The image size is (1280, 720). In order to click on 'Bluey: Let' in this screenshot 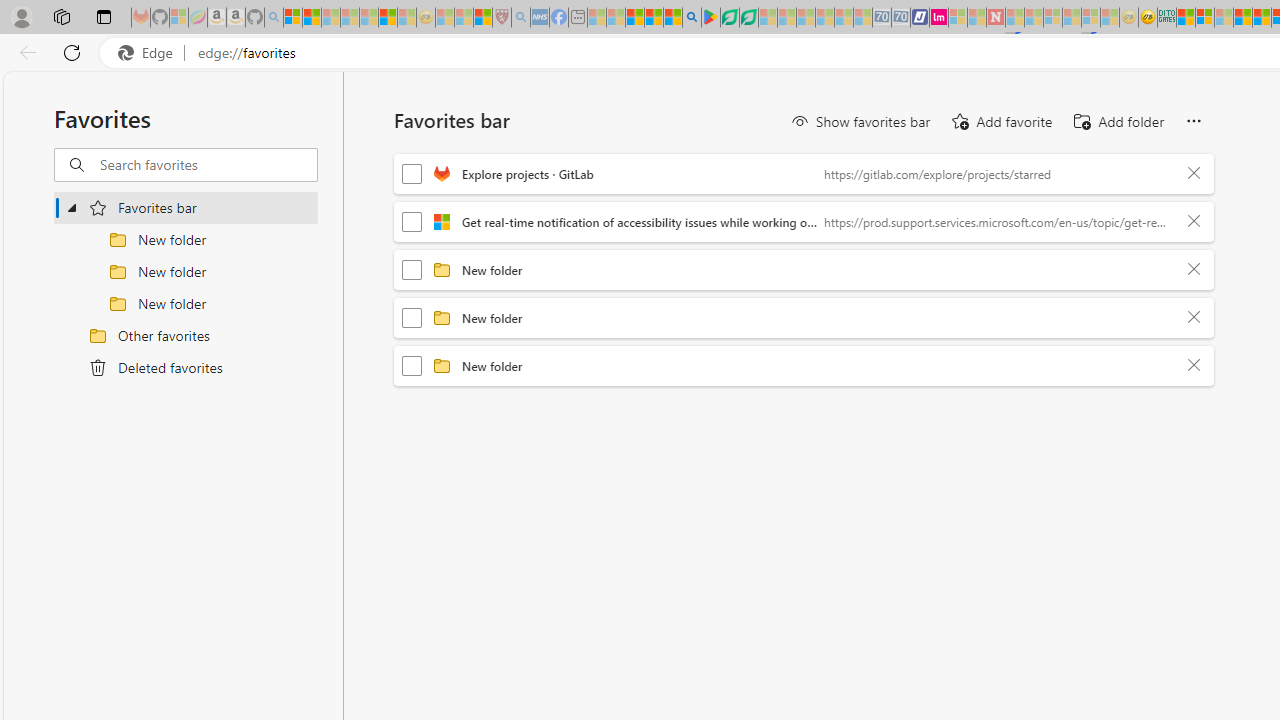, I will do `click(711, 17)`.